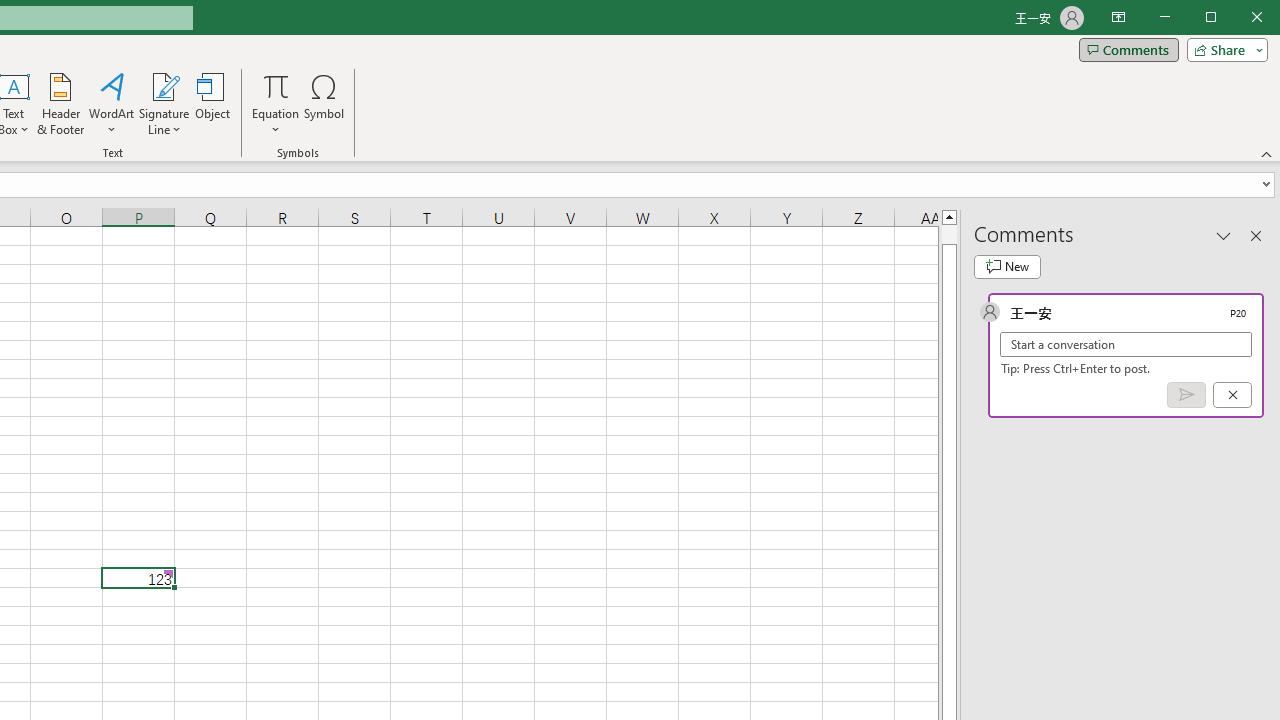  What do you see at coordinates (1126, 343) in the screenshot?
I see `'Start a conversation'` at bounding box center [1126, 343].